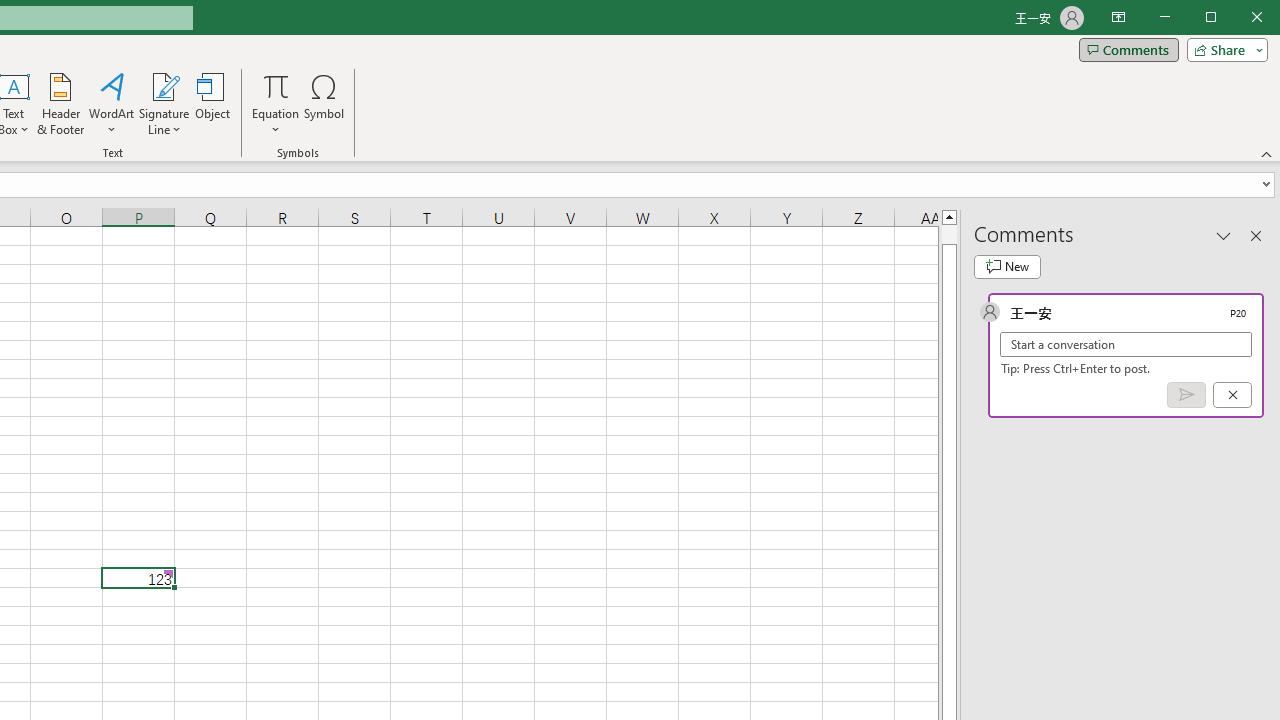  What do you see at coordinates (1126, 343) in the screenshot?
I see `'Start a conversation'` at bounding box center [1126, 343].